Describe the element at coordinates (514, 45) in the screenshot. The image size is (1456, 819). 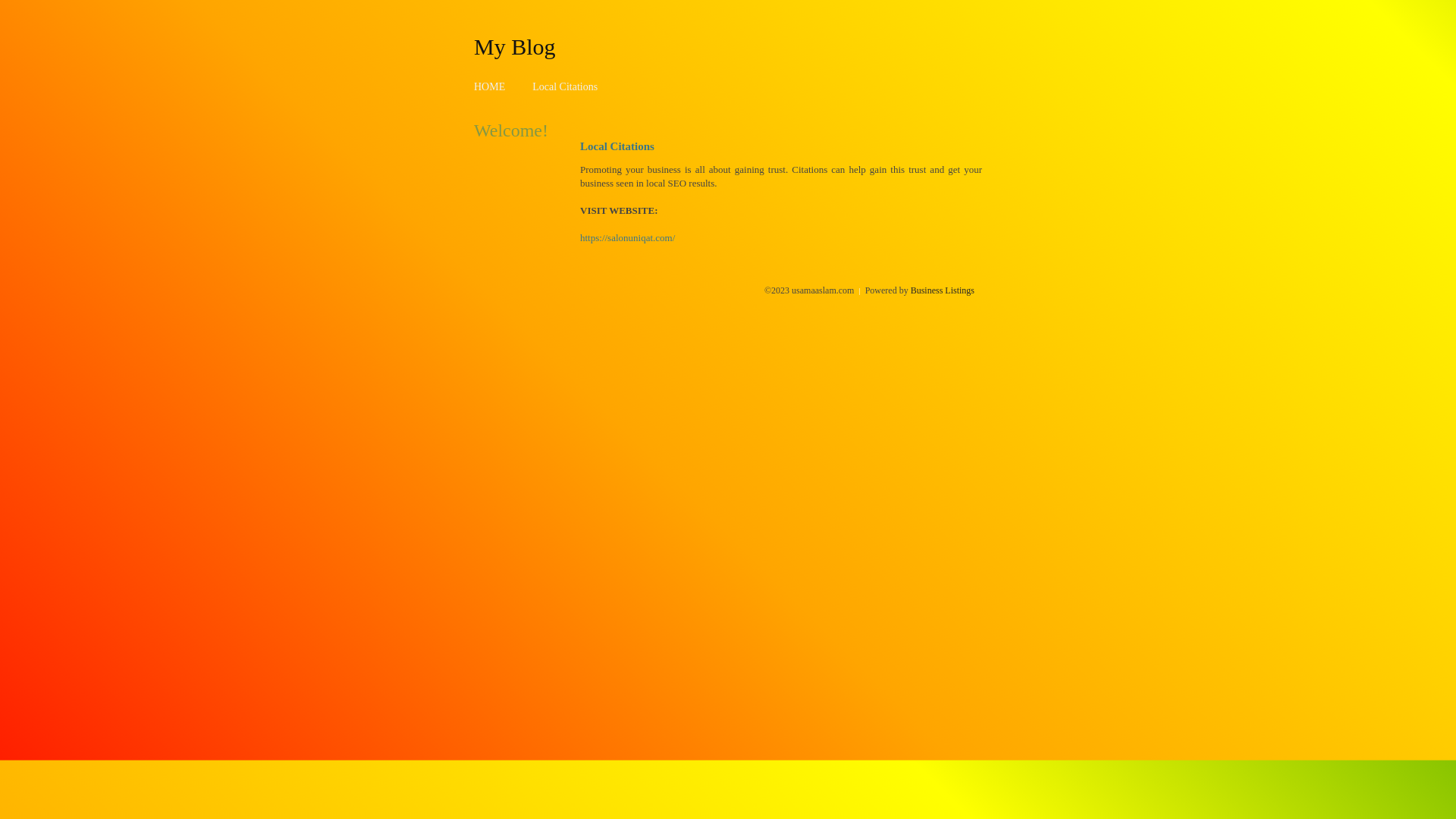
I see `'My Blog'` at that location.